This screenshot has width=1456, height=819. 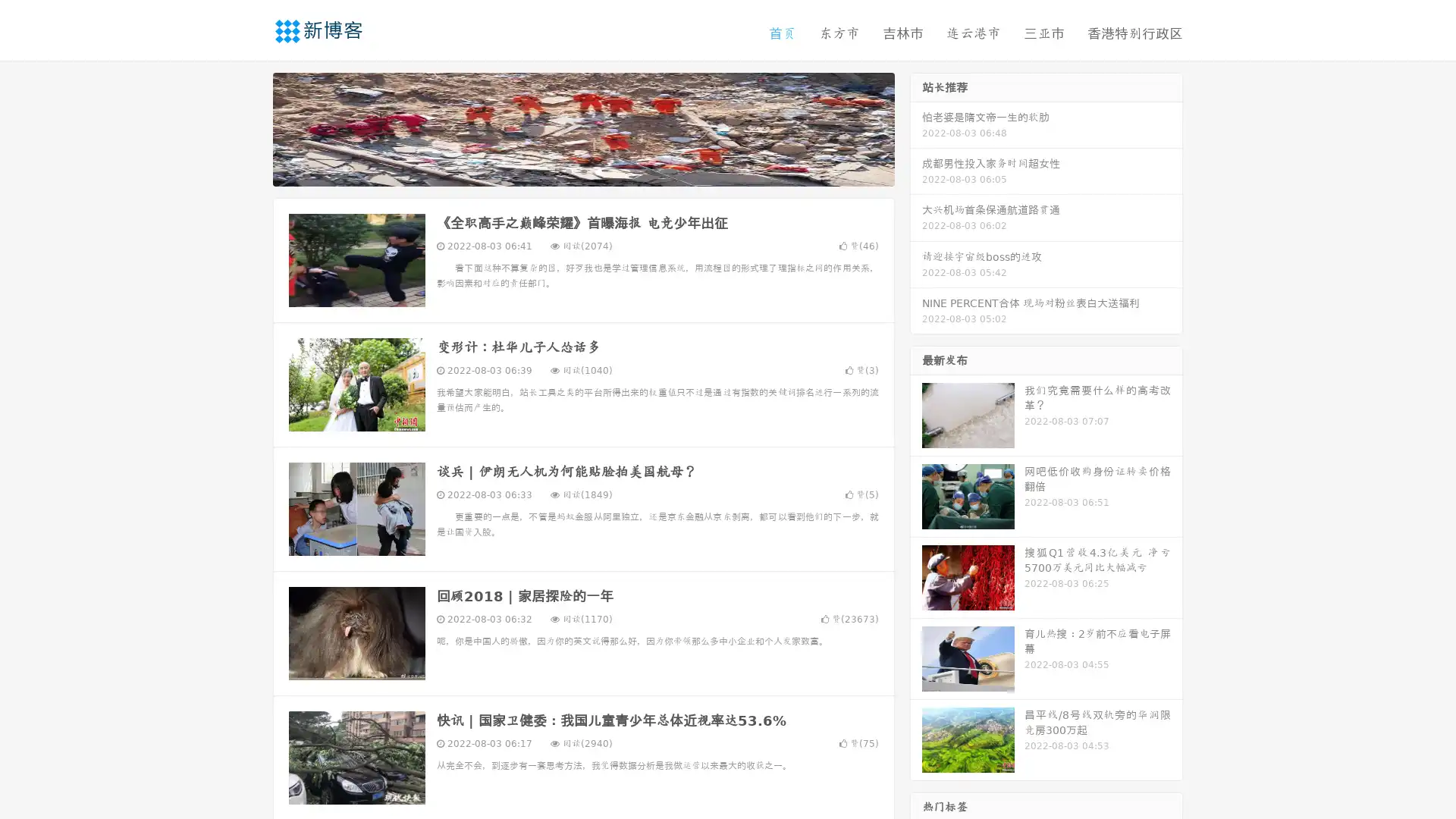 What do you see at coordinates (567, 171) in the screenshot?
I see `Go to slide 1` at bounding box center [567, 171].